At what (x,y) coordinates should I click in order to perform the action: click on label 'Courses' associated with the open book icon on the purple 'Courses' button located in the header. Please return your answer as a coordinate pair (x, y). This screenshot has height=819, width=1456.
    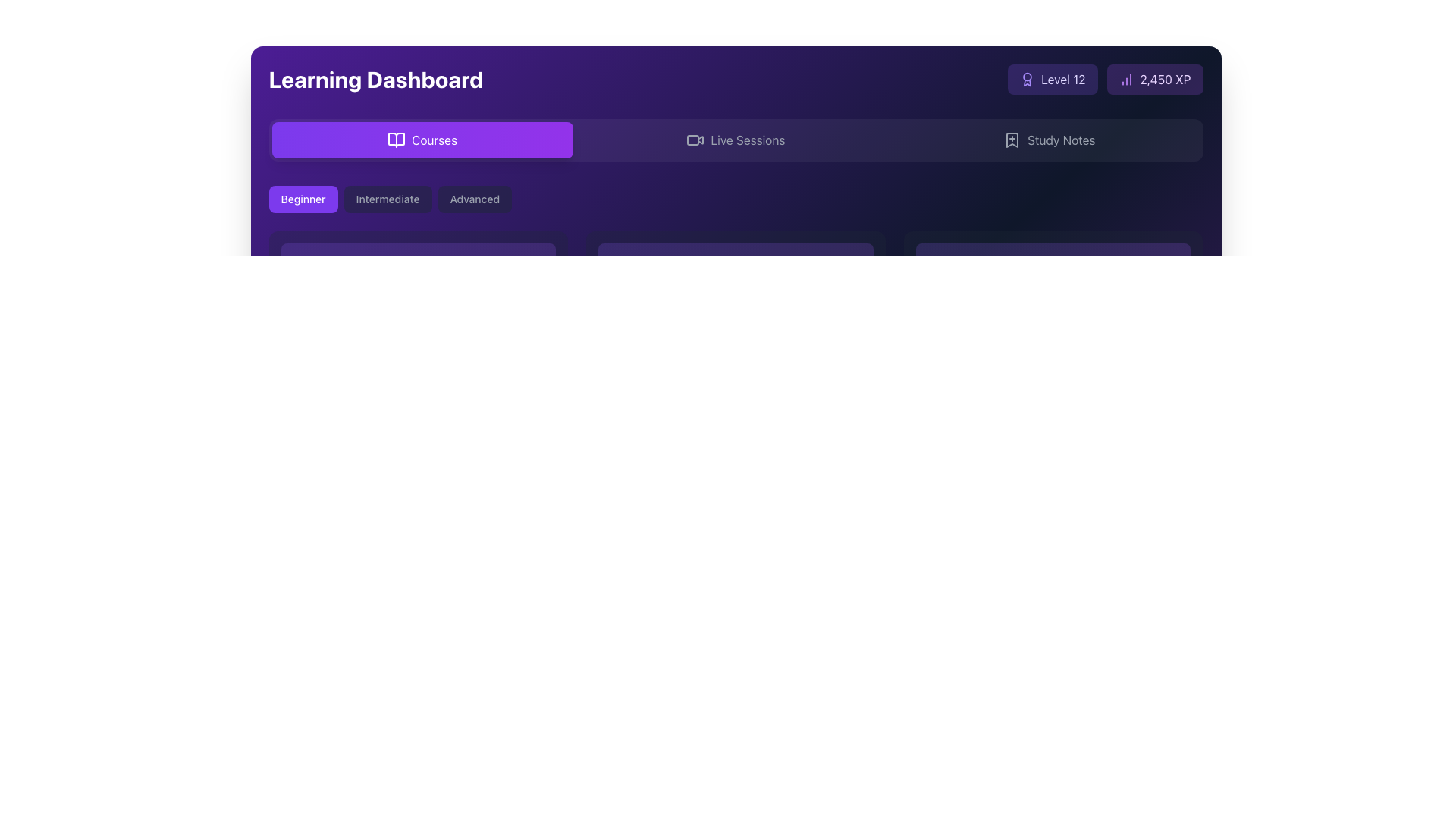
    Looking at the image, I should click on (397, 140).